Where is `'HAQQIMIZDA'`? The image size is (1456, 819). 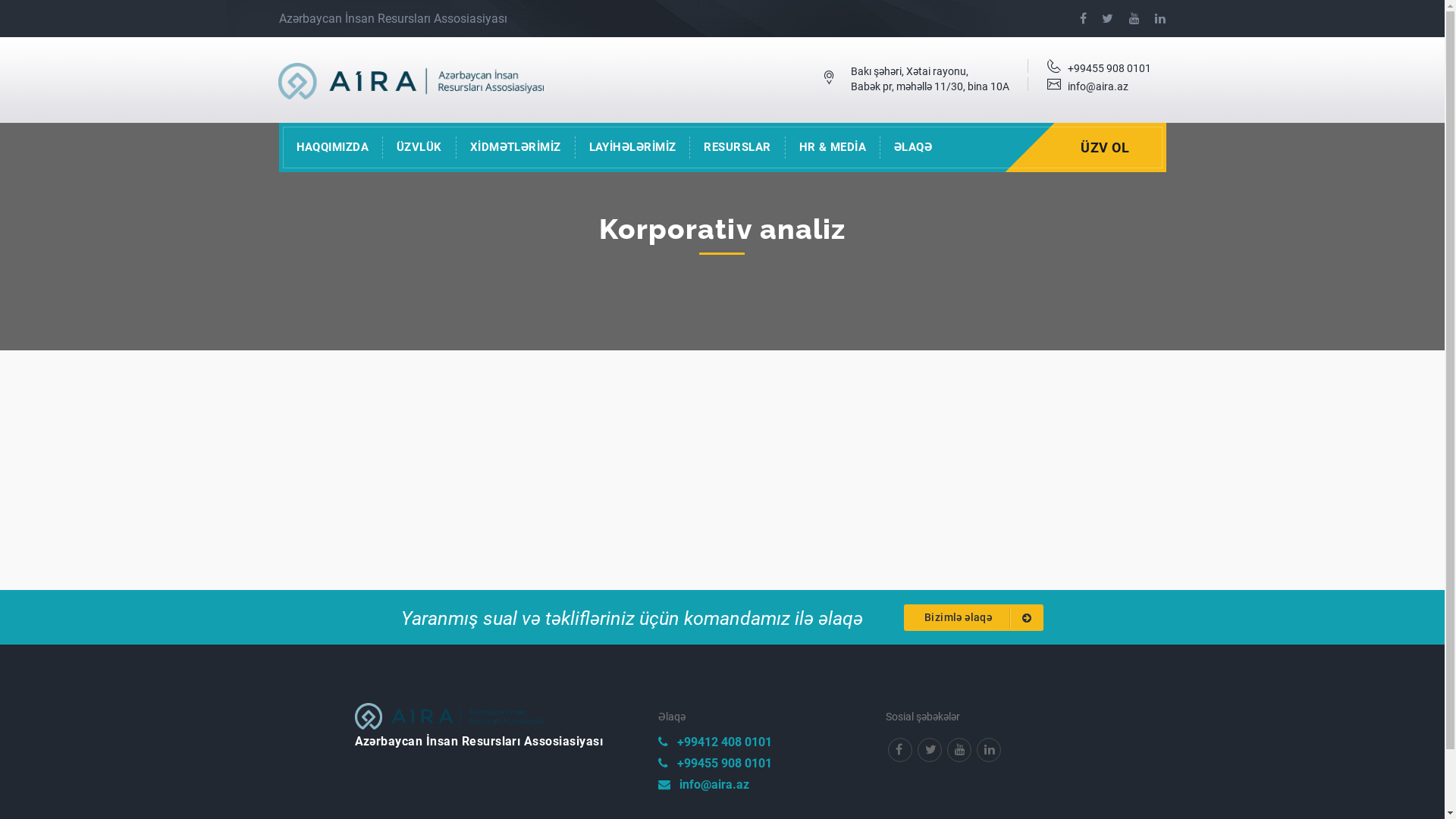 'HAQQIMIZDA' is located at coordinates (331, 147).